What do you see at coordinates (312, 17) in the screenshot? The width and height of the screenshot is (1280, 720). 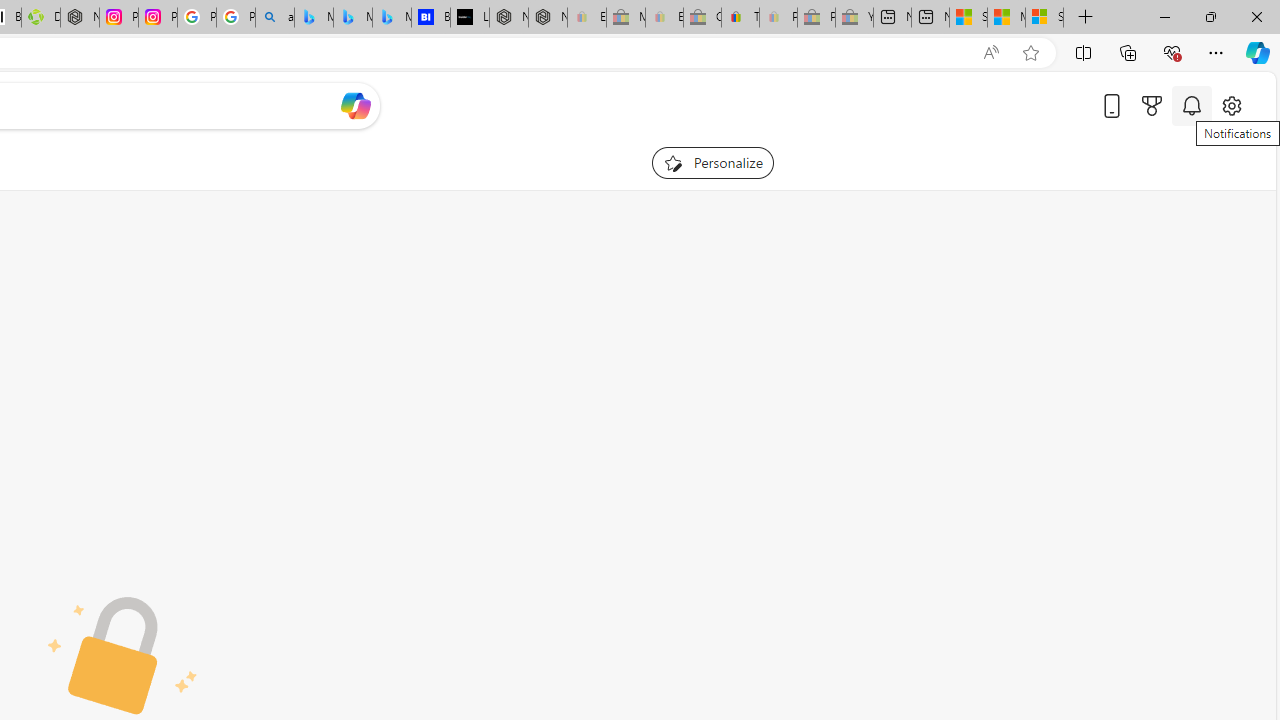 I see `'Microsoft Bing Travel - Flights from Hong Kong to Bangkok'` at bounding box center [312, 17].